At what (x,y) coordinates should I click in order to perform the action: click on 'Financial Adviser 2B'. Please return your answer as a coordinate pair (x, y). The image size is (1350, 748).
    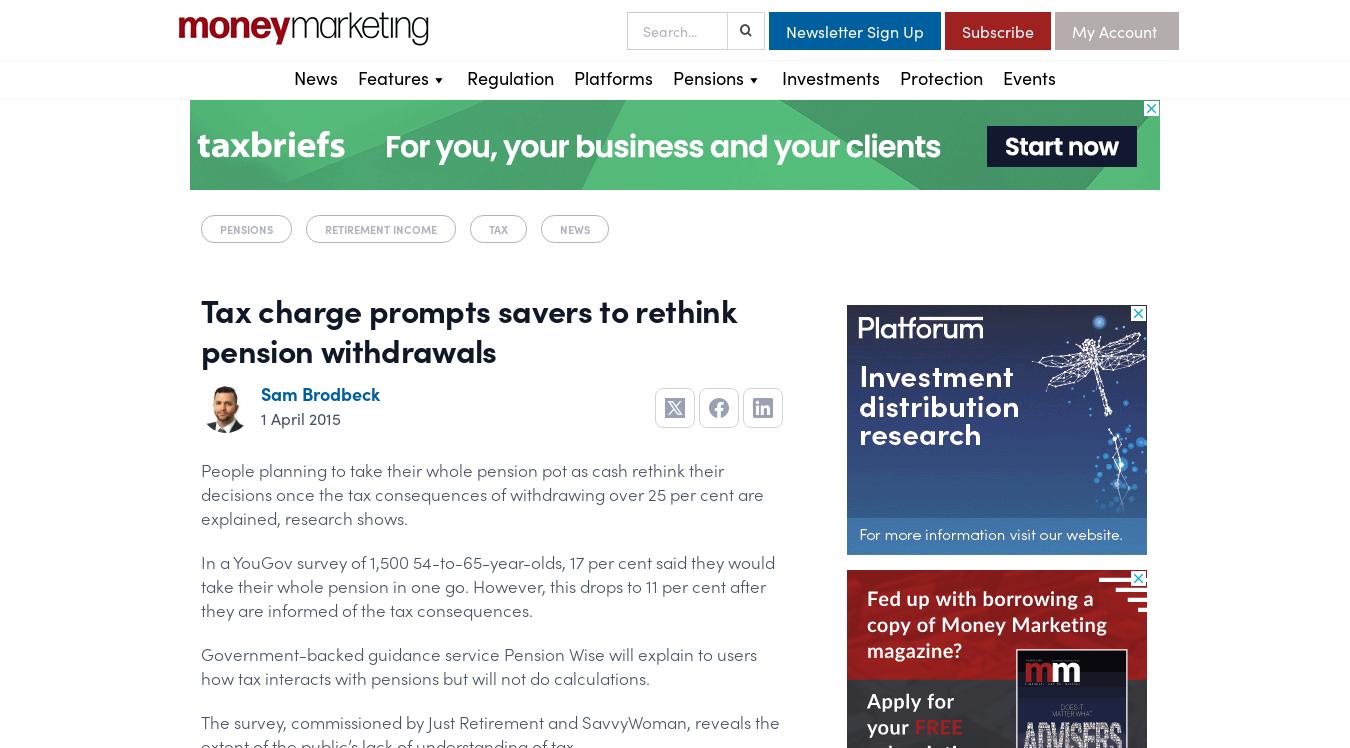
    Looking at the image, I should click on (431, 284).